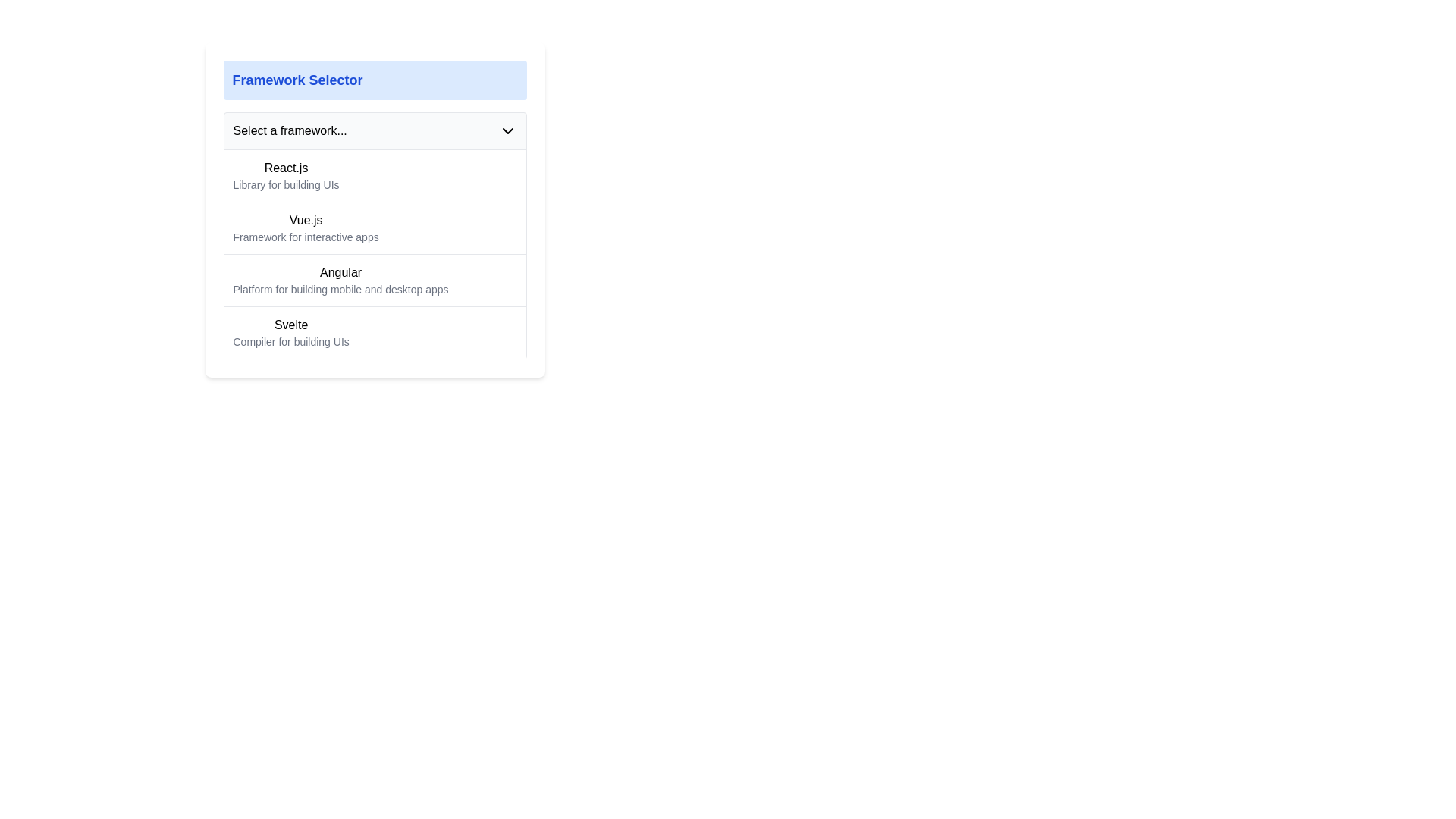 The image size is (1456, 819). I want to click on the dropdown menu button labeled 'Select a framework...', so click(375, 130).